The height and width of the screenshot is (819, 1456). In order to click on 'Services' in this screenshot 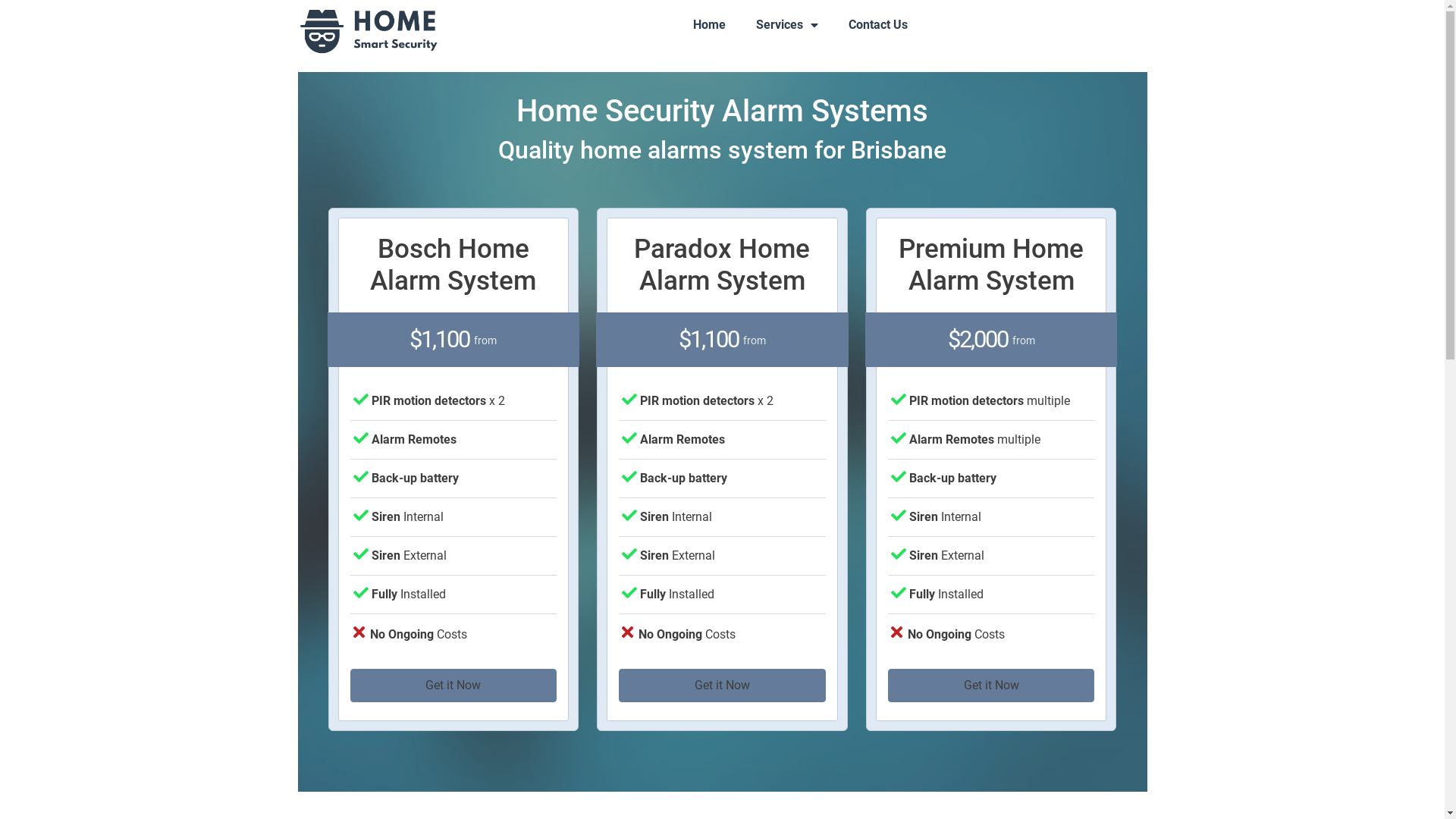, I will do `click(741, 25)`.